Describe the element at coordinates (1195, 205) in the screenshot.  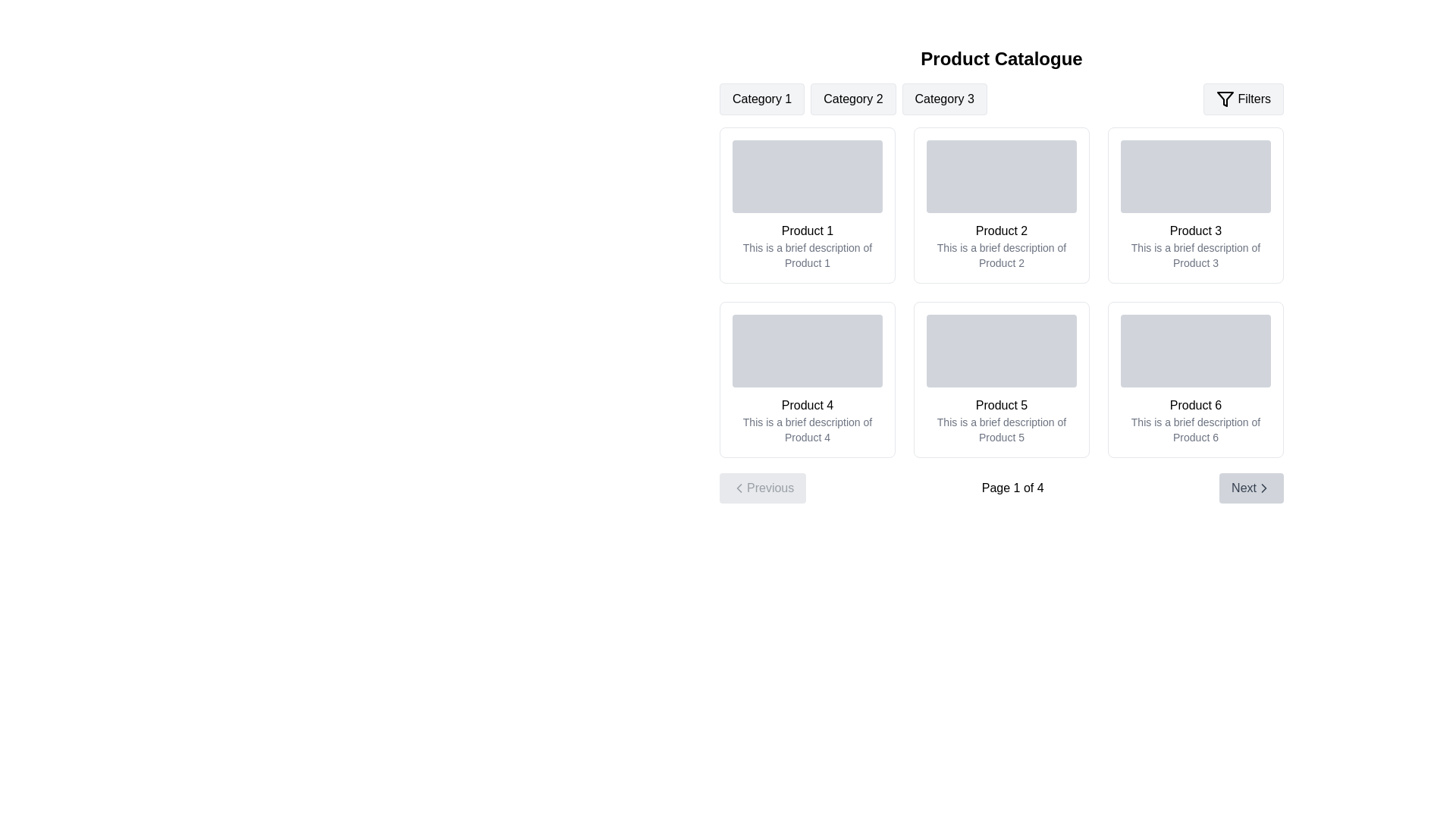
I see `the third card labeled 'Product 3' in the grid layout, which has a white background, rounded corners, and displays a brief description below the title` at that location.